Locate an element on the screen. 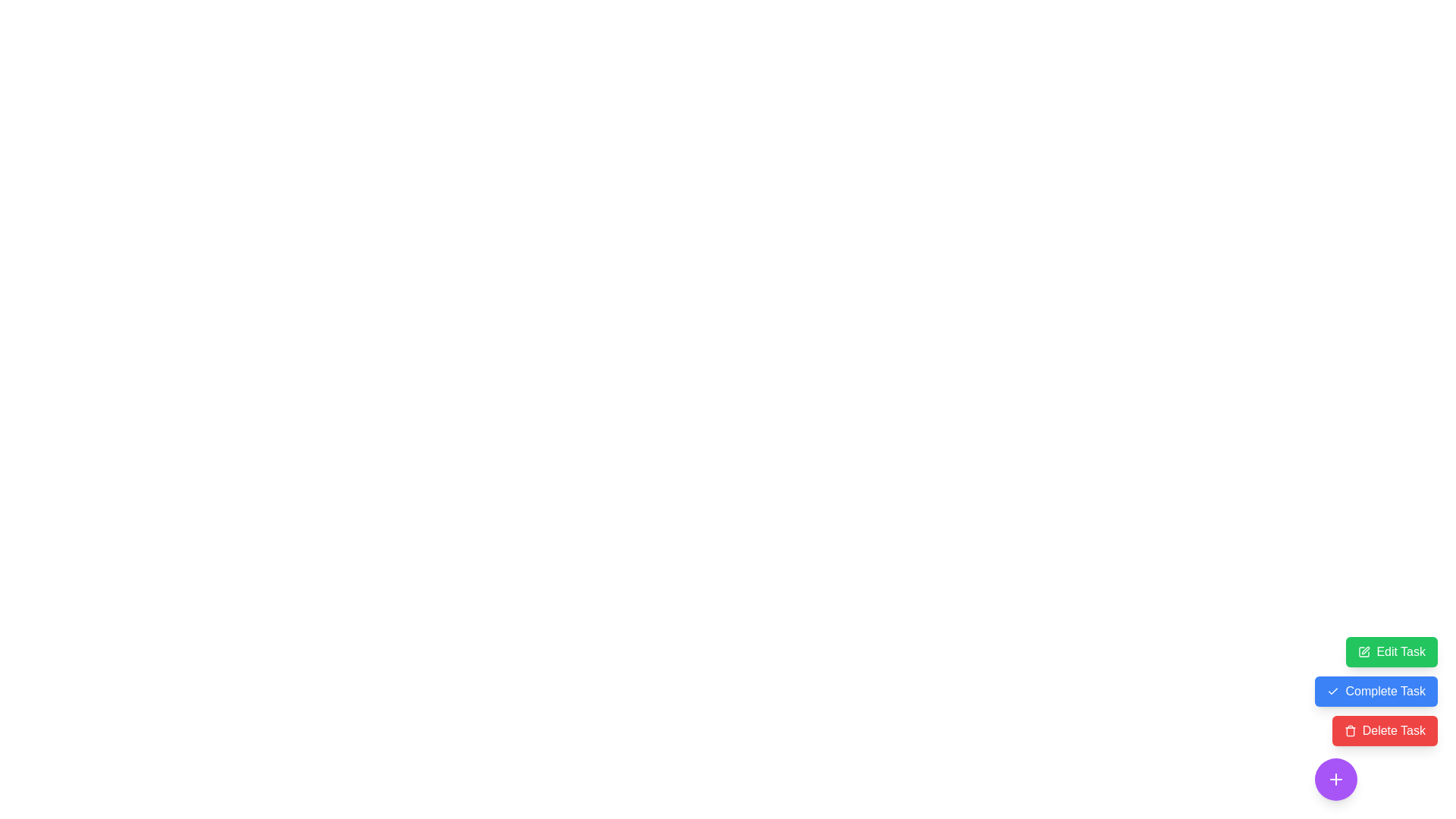  the second button in the vertical stack of action buttons to mark the task as completed is located at coordinates (1376, 691).